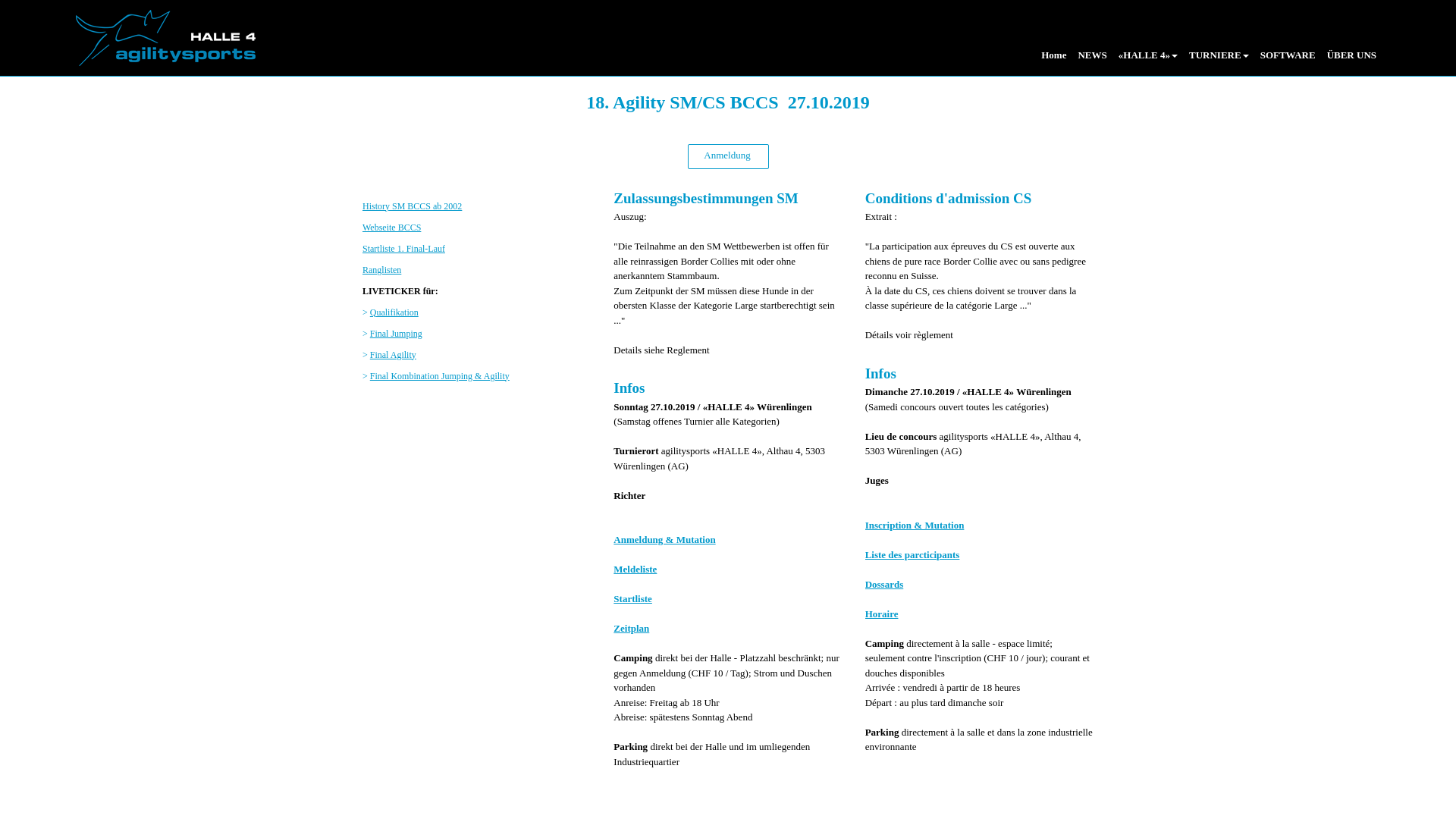 This screenshot has height=819, width=1456. Describe the element at coordinates (370, 375) in the screenshot. I see `'Final Kombination Jumping & Agility'` at that location.